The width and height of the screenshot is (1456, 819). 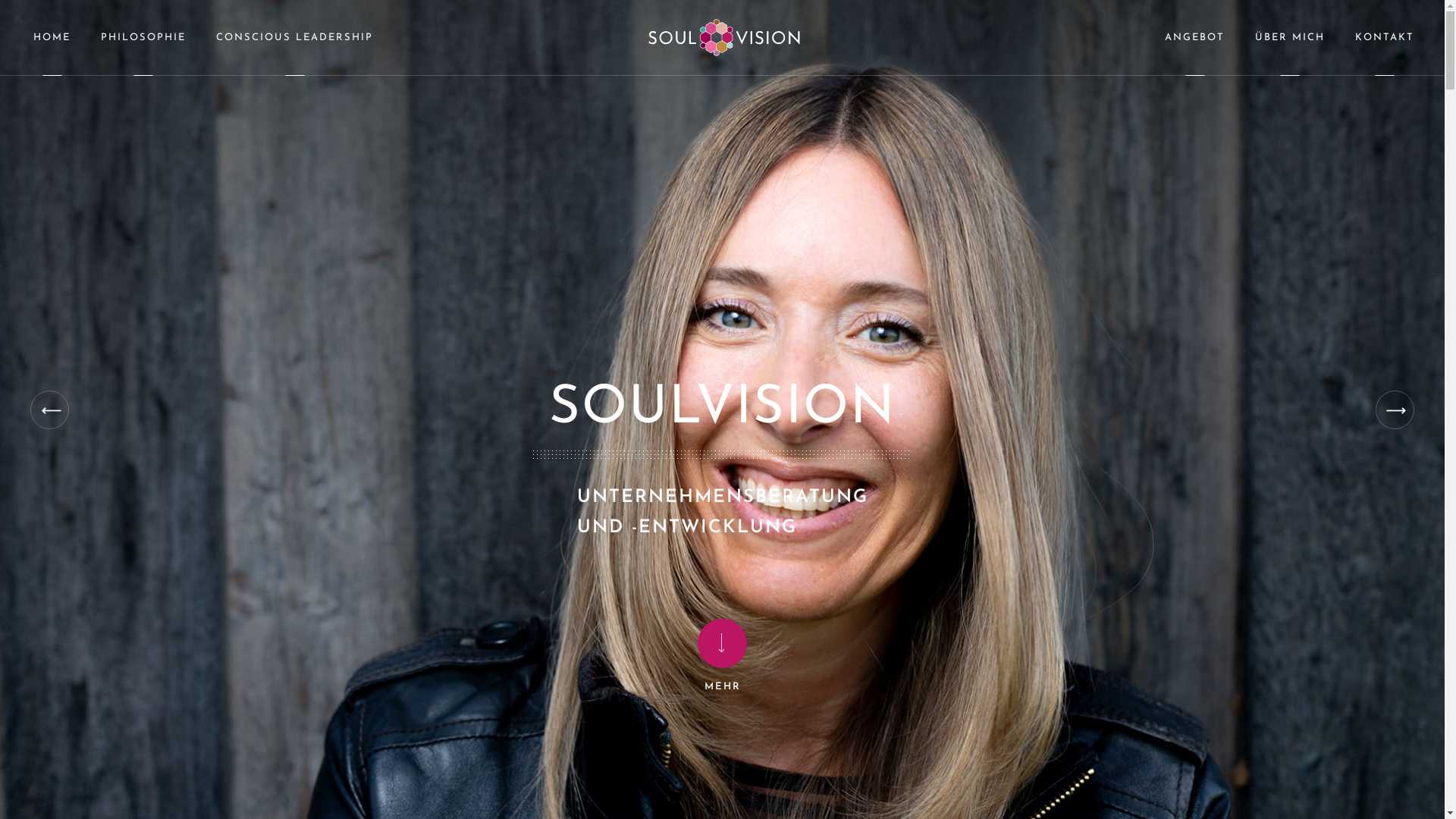 I want to click on 'ANGEBOT', so click(x=1194, y=36).